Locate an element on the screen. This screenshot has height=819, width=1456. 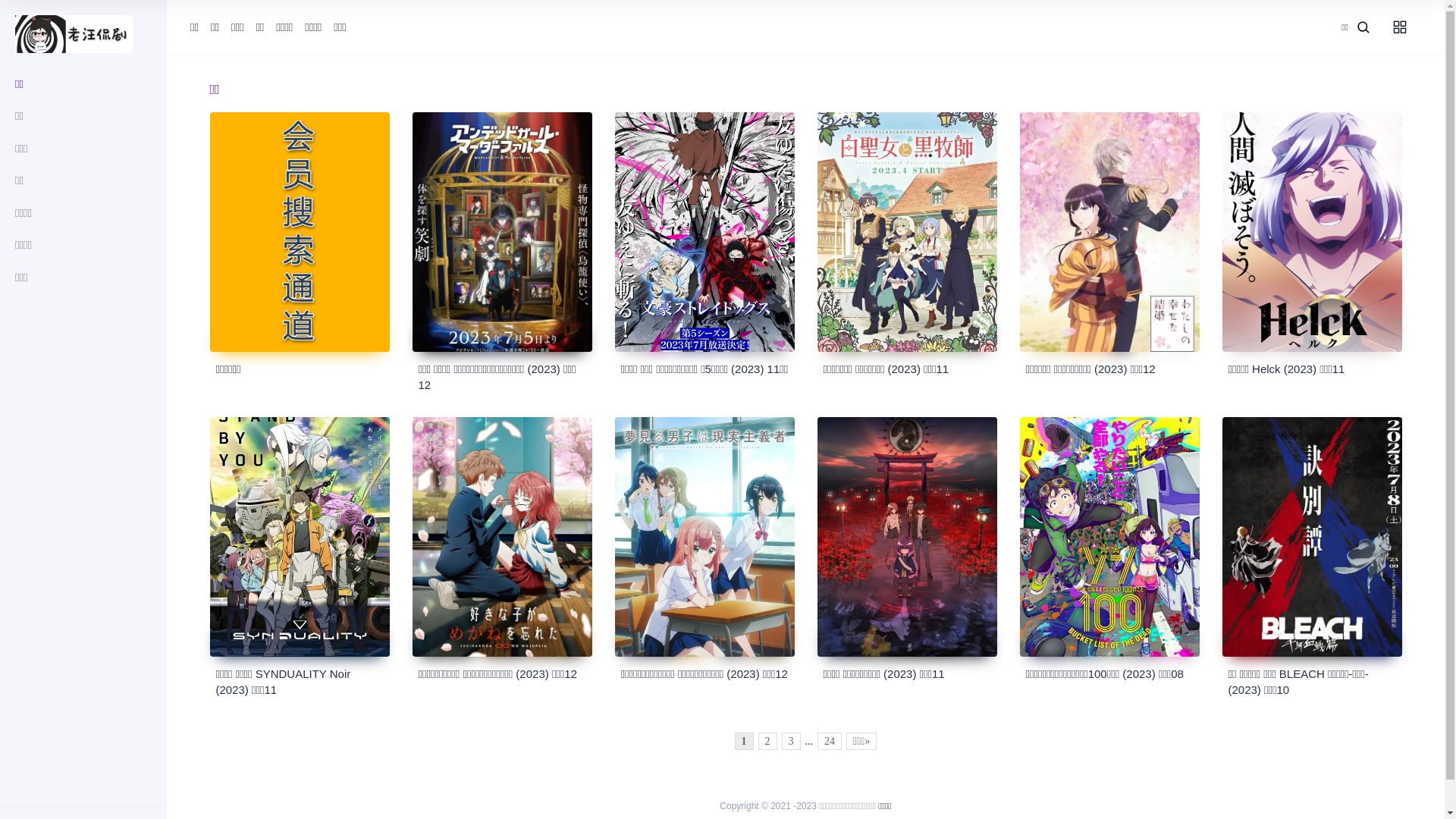
'3' is located at coordinates (790, 740).